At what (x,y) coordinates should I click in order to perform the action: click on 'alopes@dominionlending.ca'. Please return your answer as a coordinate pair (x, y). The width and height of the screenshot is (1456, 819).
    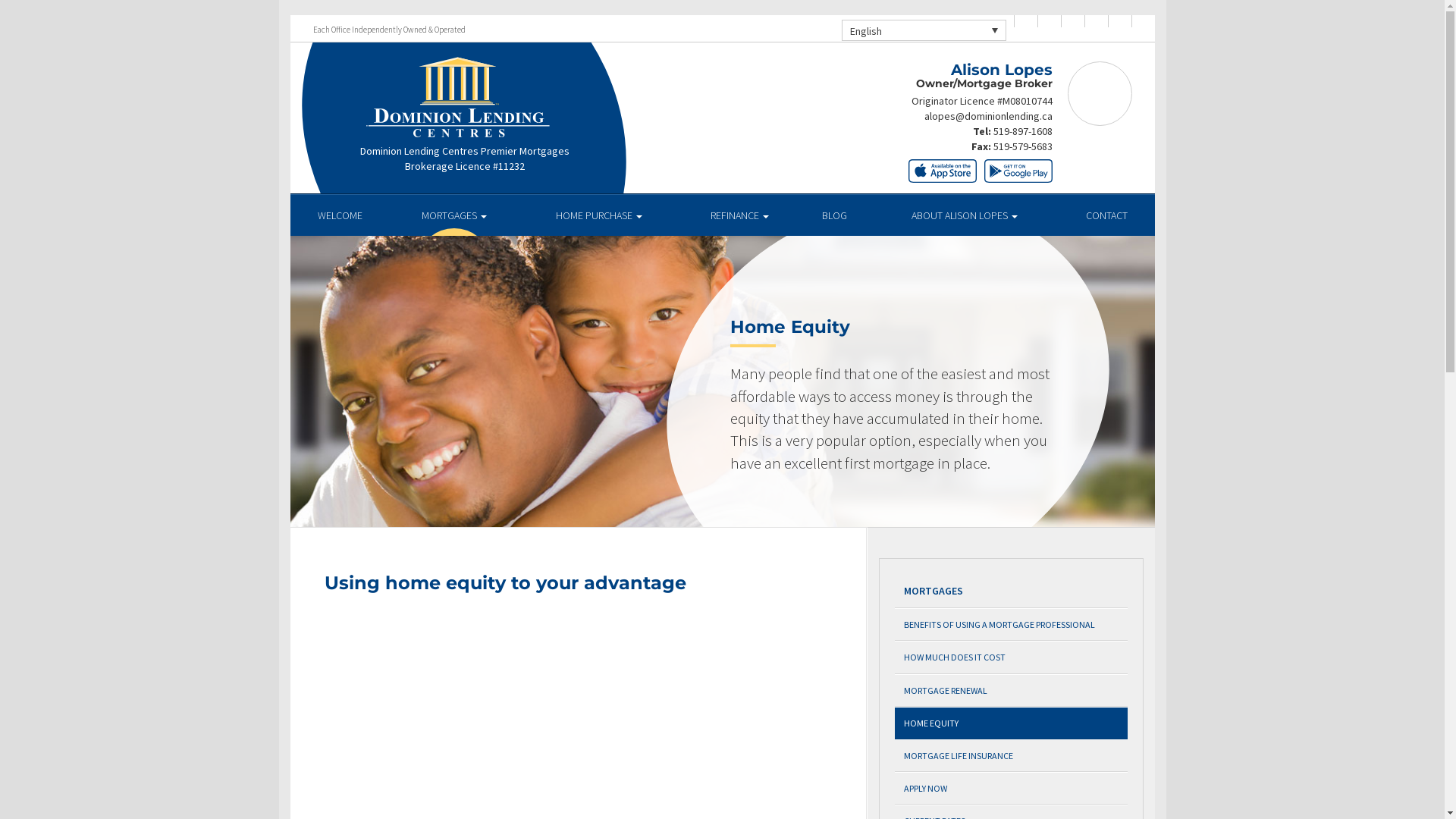
    Looking at the image, I should click on (987, 115).